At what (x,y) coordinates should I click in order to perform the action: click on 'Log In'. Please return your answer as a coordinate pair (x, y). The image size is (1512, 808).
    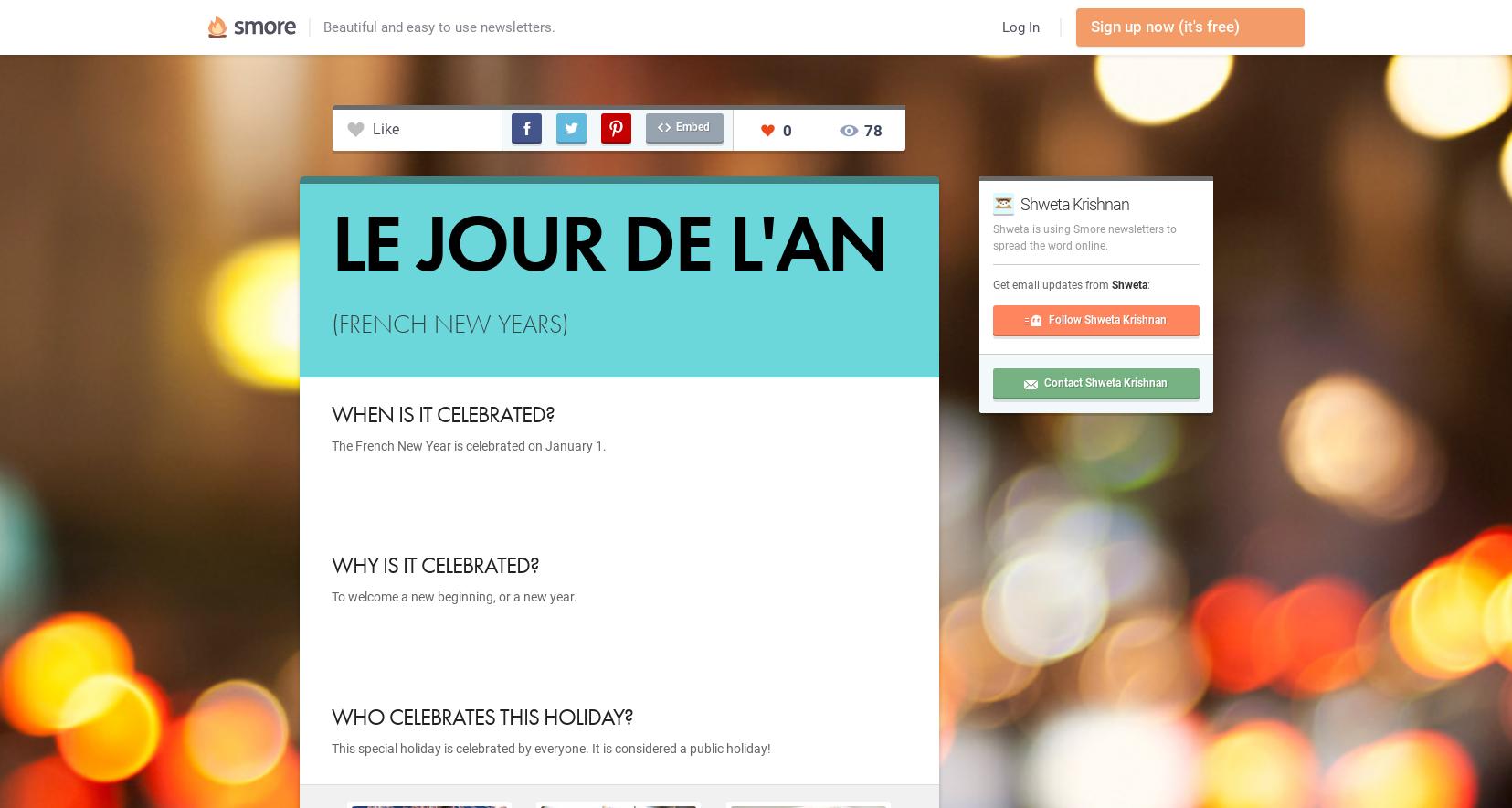
    Looking at the image, I should click on (1019, 27).